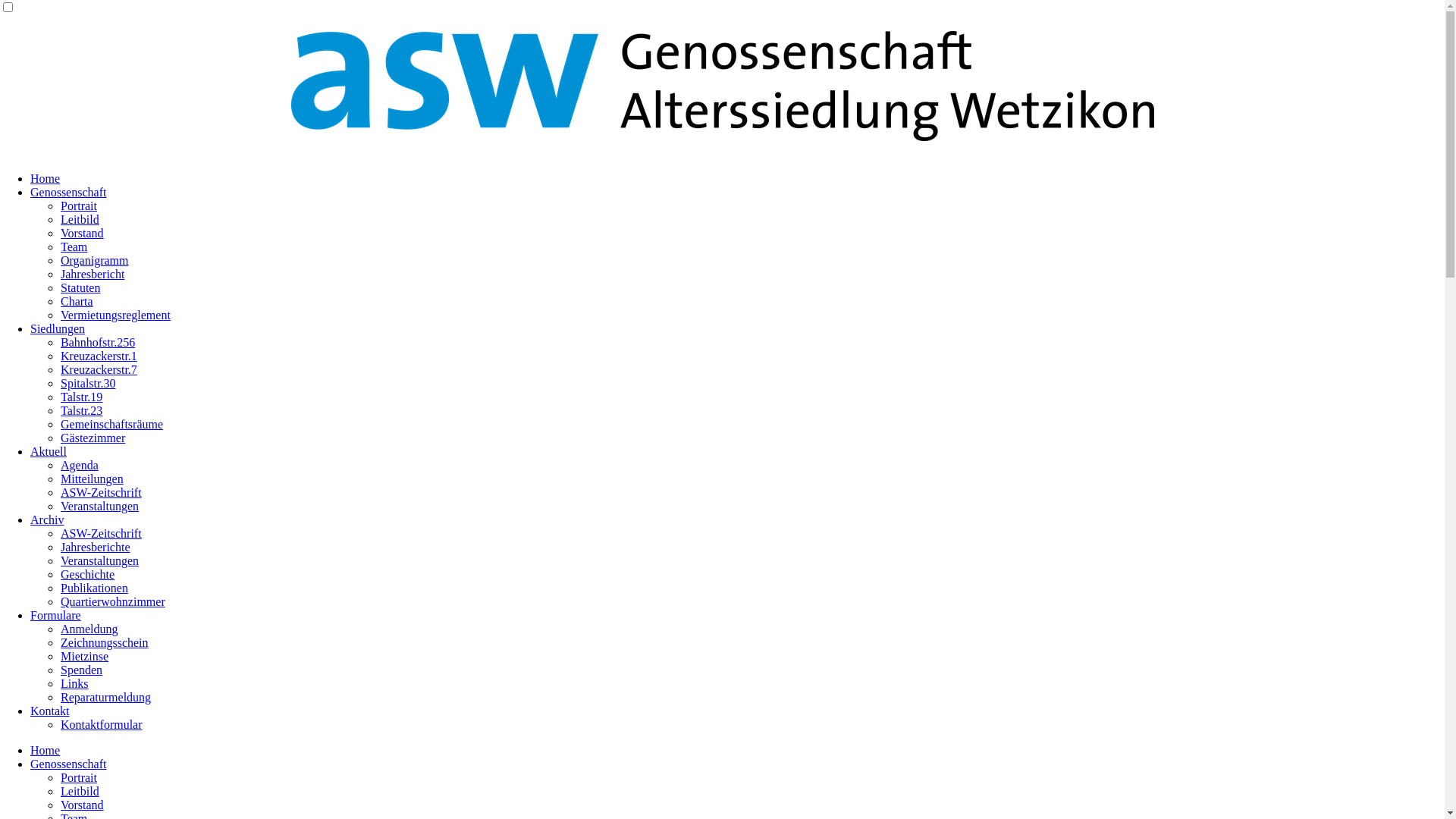 The image size is (1456, 819). What do you see at coordinates (111, 601) in the screenshot?
I see `'Quartierwohnzimmer'` at bounding box center [111, 601].